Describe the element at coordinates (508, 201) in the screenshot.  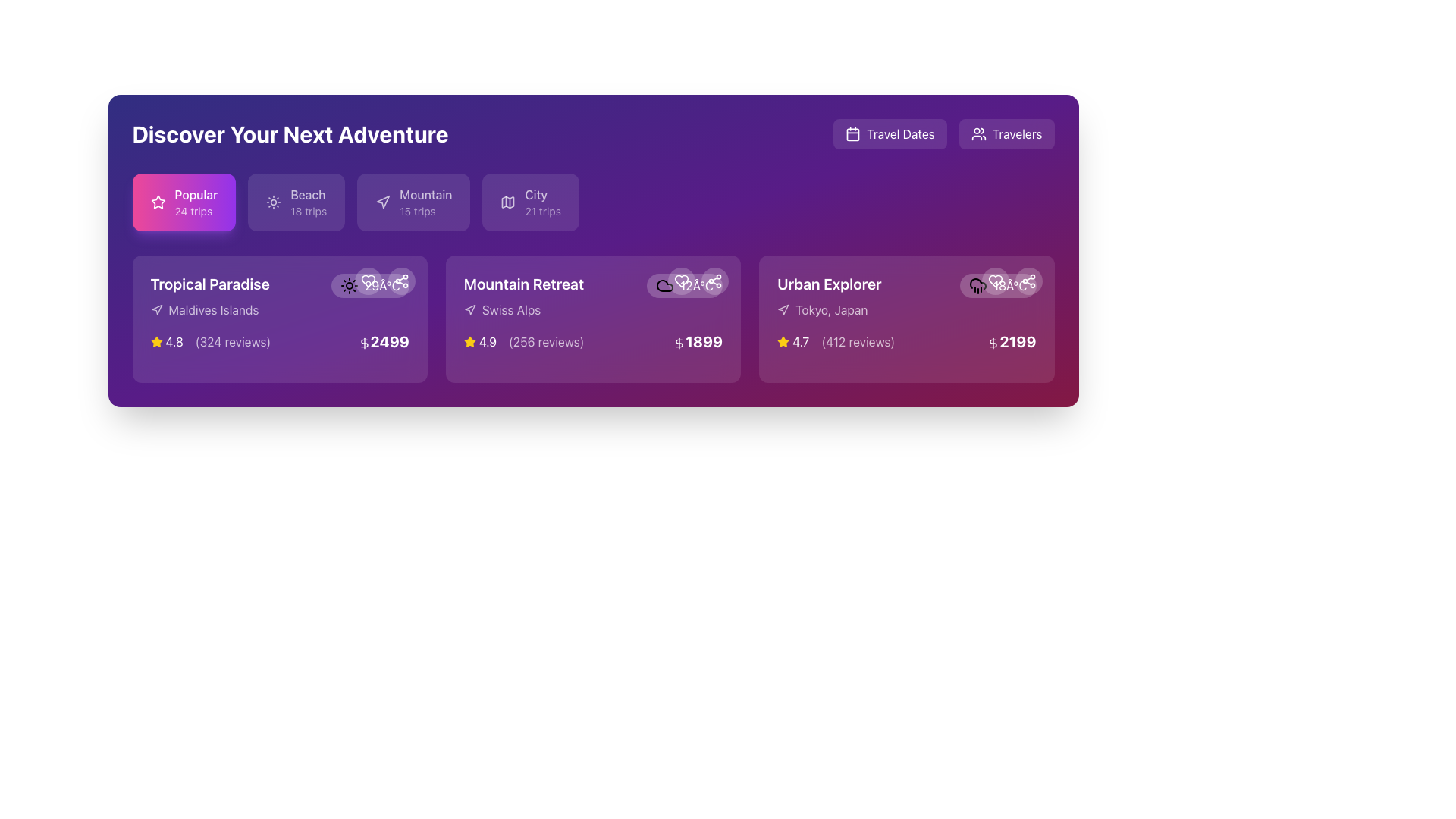
I see `the non-interactive map icon within the 'City 21 trips' button, which is the second icon to the left of the 'City' text` at that location.